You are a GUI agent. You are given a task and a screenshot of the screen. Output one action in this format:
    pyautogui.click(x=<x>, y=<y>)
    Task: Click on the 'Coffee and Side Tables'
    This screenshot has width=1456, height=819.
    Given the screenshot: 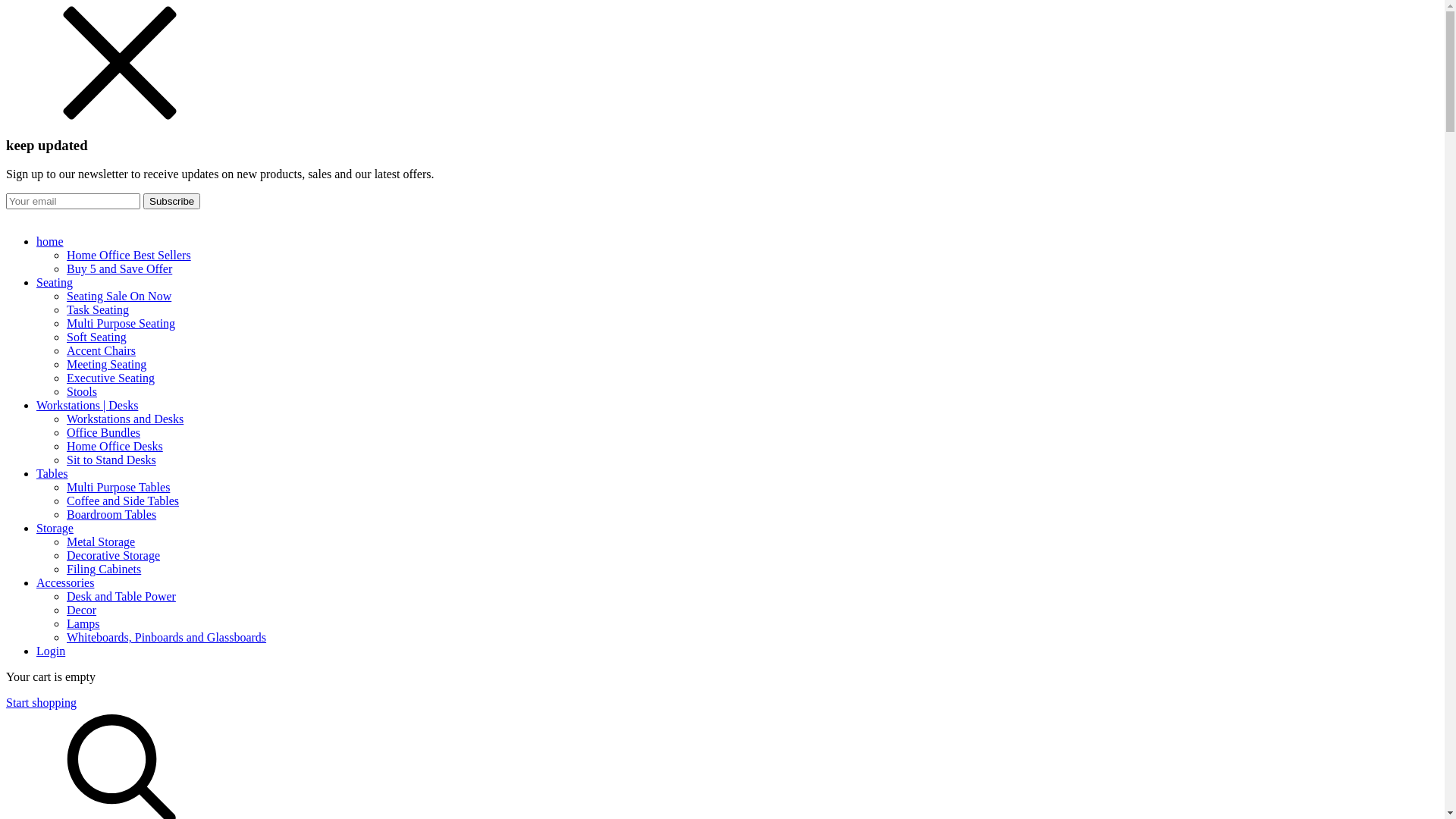 What is the action you would take?
    pyautogui.click(x=123, y=500)
    